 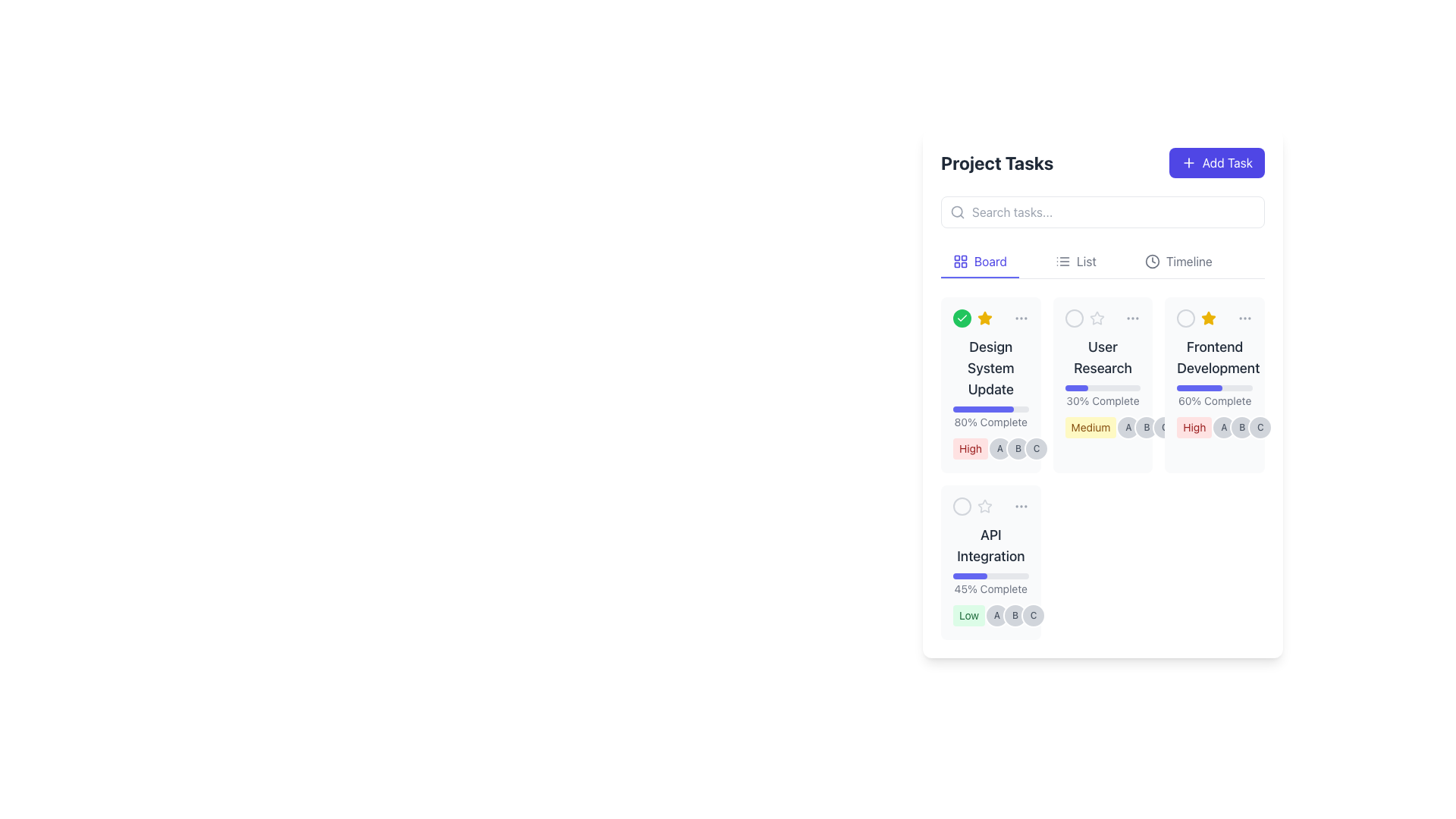 I want to click on the magnifying glass icon located to the far left of the search input field, which visually indicates the functionality of the adjacent text input area, so click(x=956, y=212).